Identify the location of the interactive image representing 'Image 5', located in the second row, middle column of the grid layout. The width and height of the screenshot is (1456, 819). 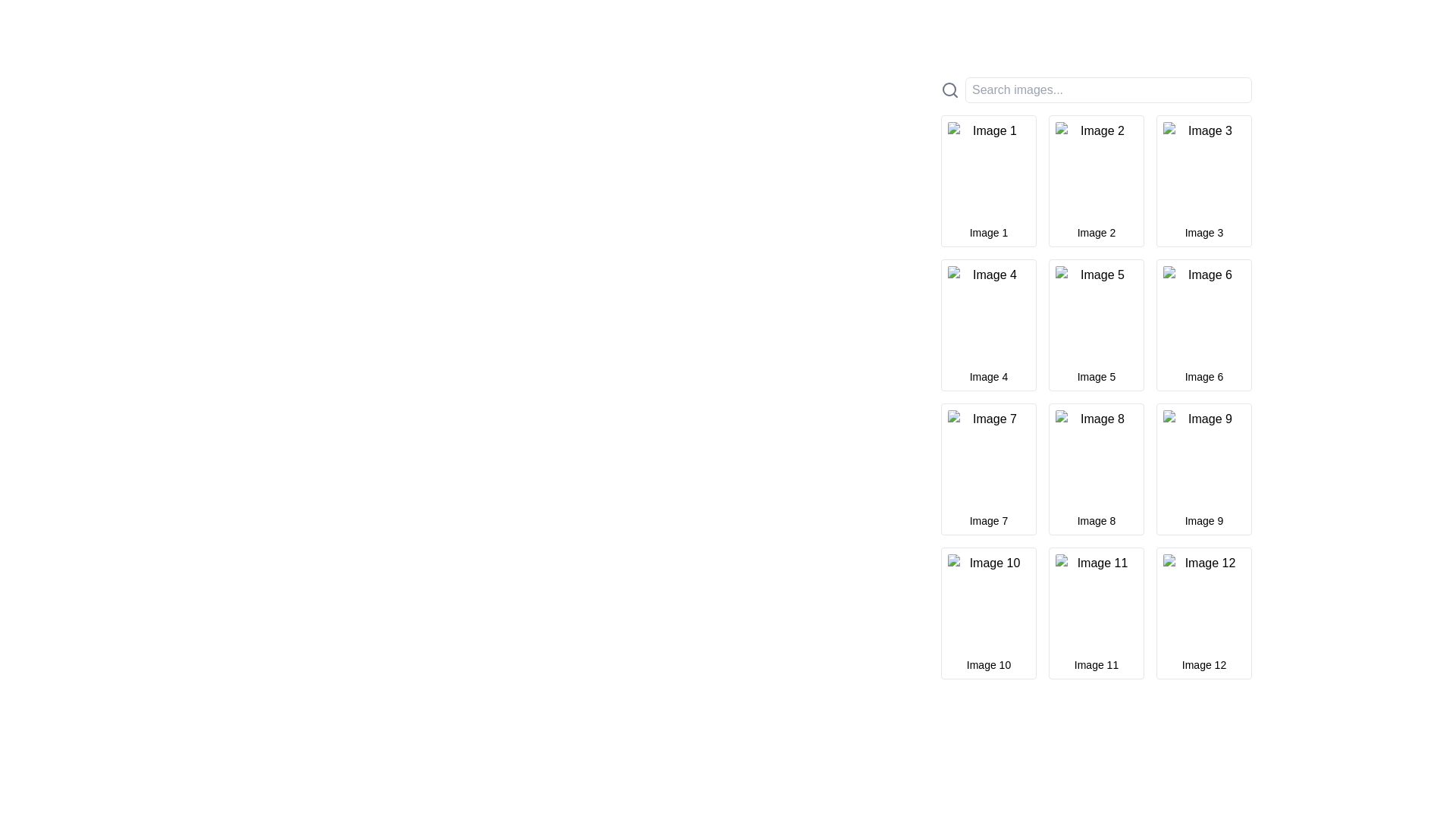
(1096, 314).